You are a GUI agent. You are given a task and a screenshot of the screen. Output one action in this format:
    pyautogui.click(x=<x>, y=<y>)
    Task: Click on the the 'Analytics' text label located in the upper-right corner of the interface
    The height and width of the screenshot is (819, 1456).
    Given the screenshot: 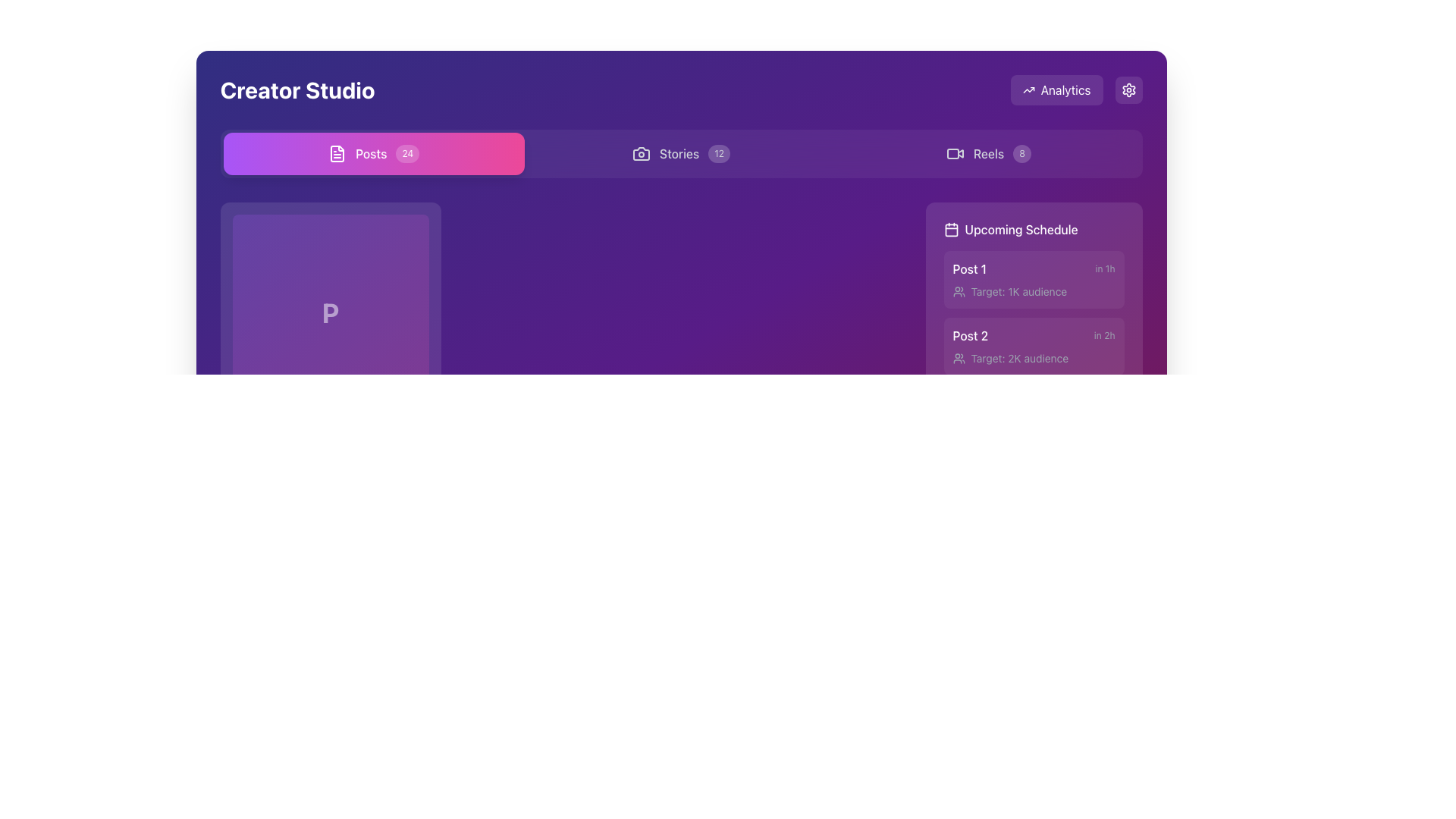 What is the action you would take?
    pyautogui.click(x=1075, y=90)
    